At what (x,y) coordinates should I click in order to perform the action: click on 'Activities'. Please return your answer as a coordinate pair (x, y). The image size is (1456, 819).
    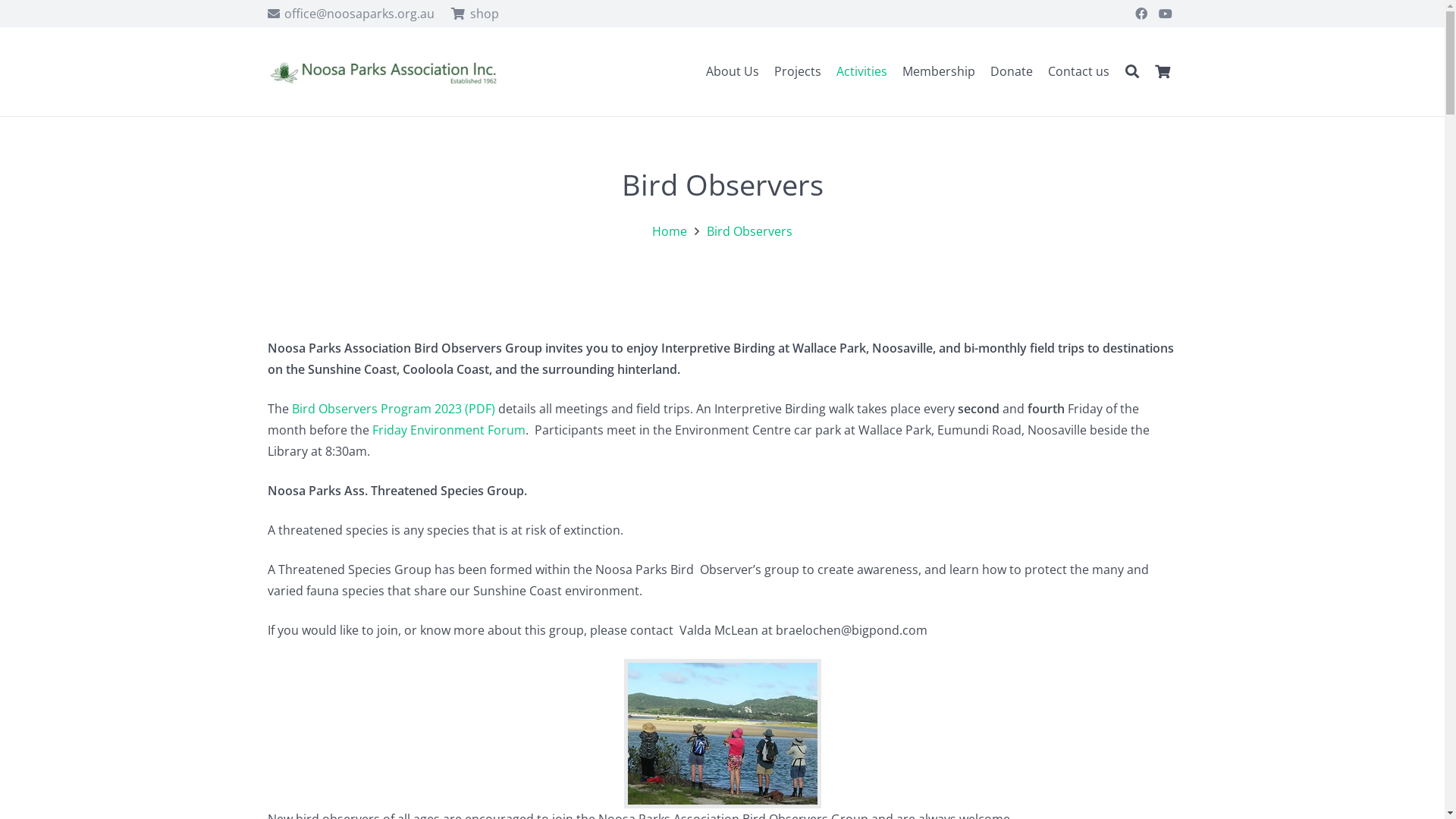
    Looking at the image, I should click on (861, 71).